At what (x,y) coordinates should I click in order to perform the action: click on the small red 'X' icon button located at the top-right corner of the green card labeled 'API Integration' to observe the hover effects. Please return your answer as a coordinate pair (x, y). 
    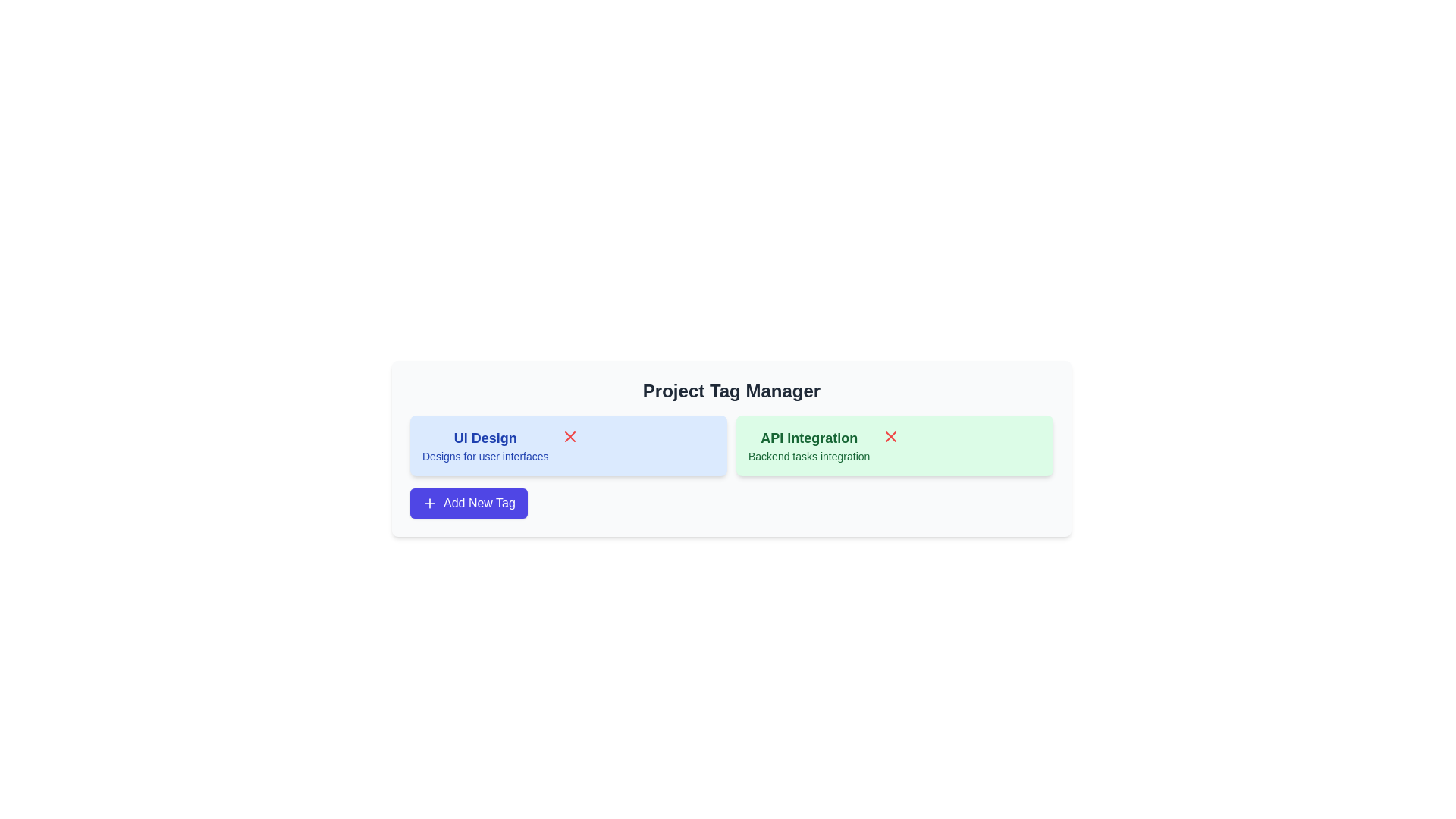
    Looking at the image, I should click on (891, 436).